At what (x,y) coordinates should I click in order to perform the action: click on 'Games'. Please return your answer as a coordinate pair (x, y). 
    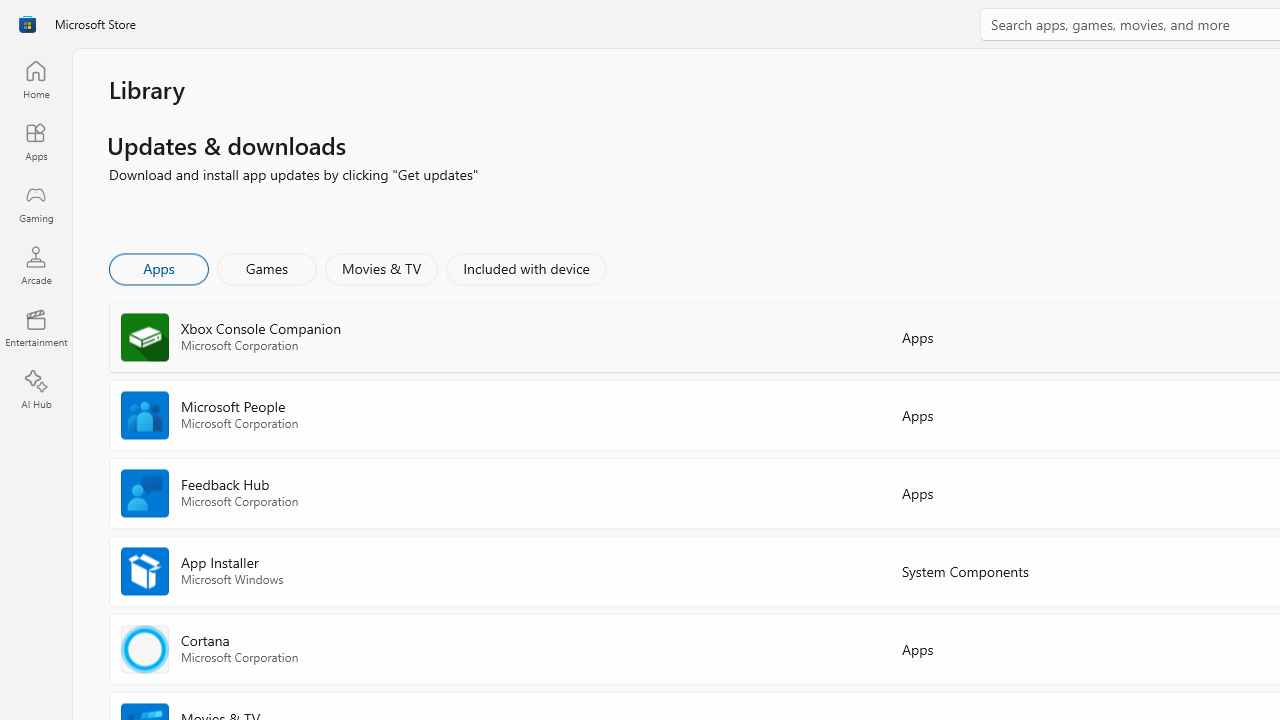
    Looking at the image, I should click on (266, 267).